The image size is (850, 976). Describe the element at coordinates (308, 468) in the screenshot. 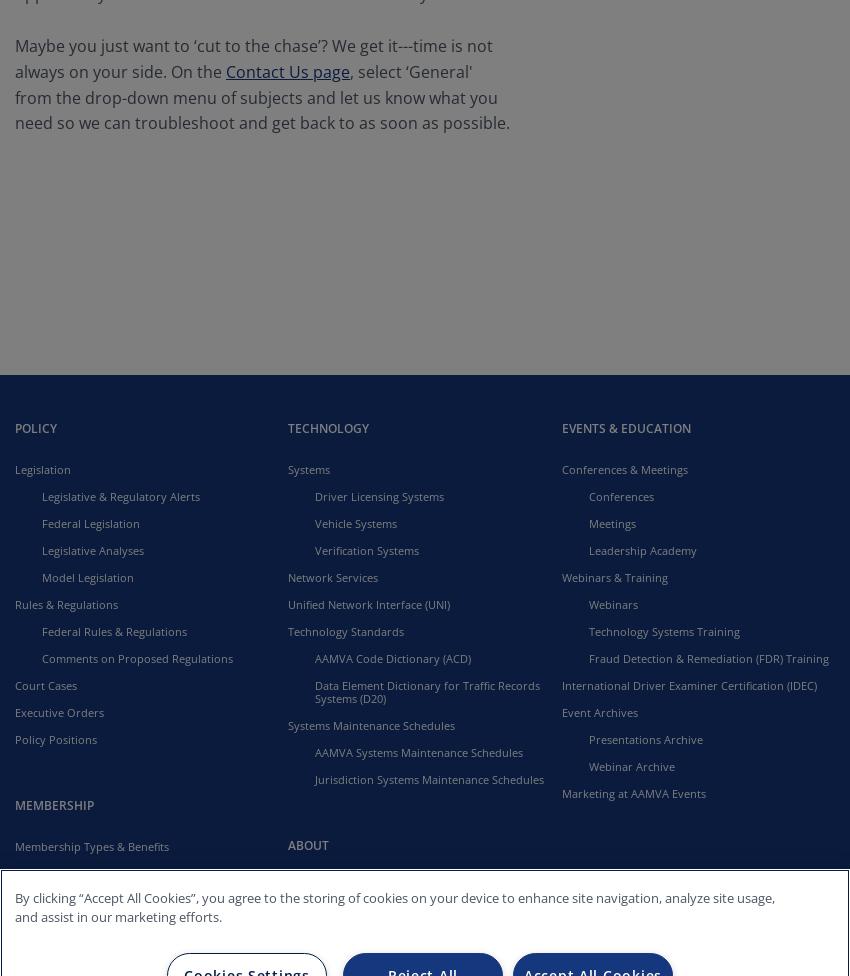

I see `'Systems'` at that location.